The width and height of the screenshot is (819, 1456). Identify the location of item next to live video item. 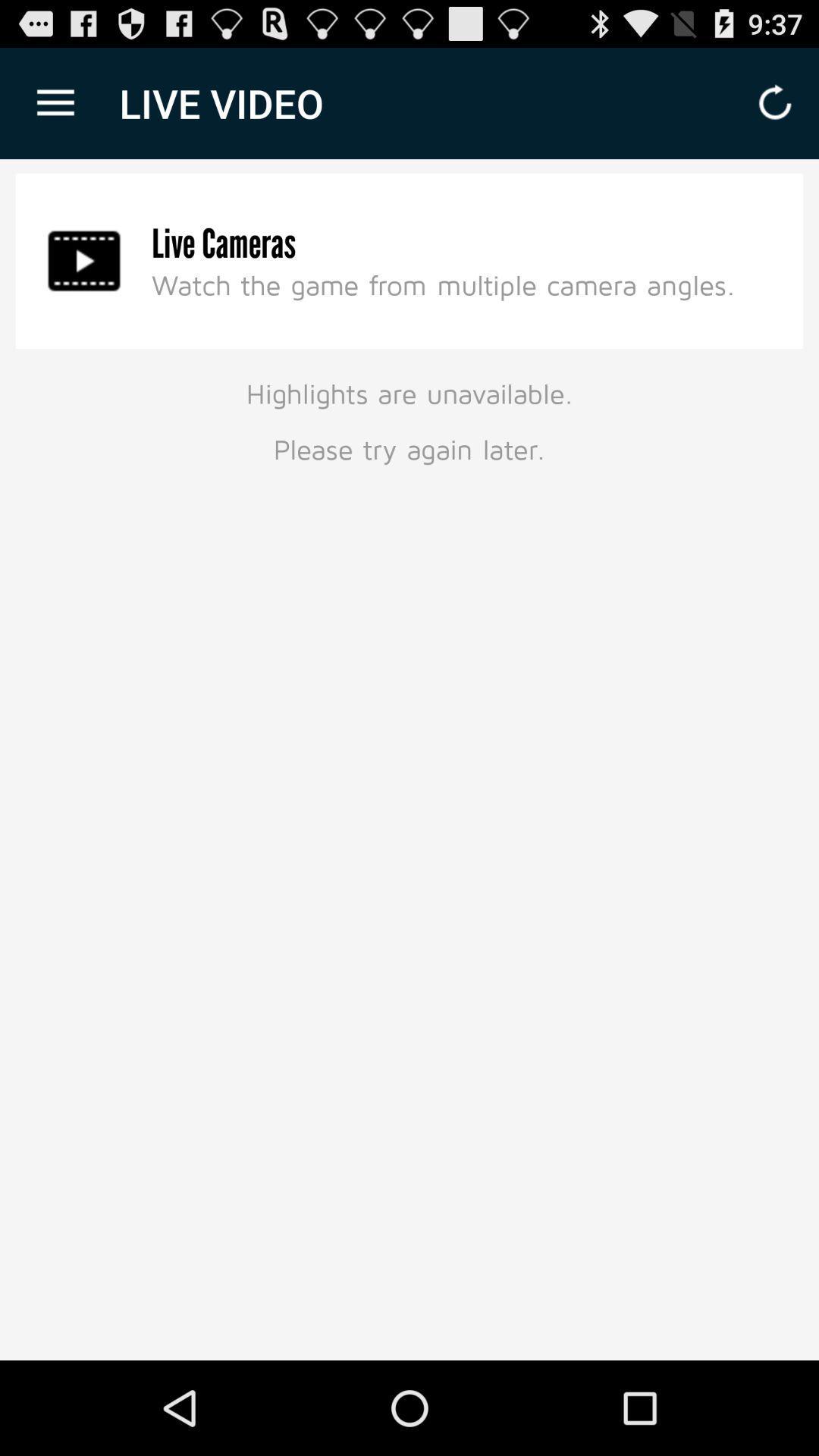
(55, 102).